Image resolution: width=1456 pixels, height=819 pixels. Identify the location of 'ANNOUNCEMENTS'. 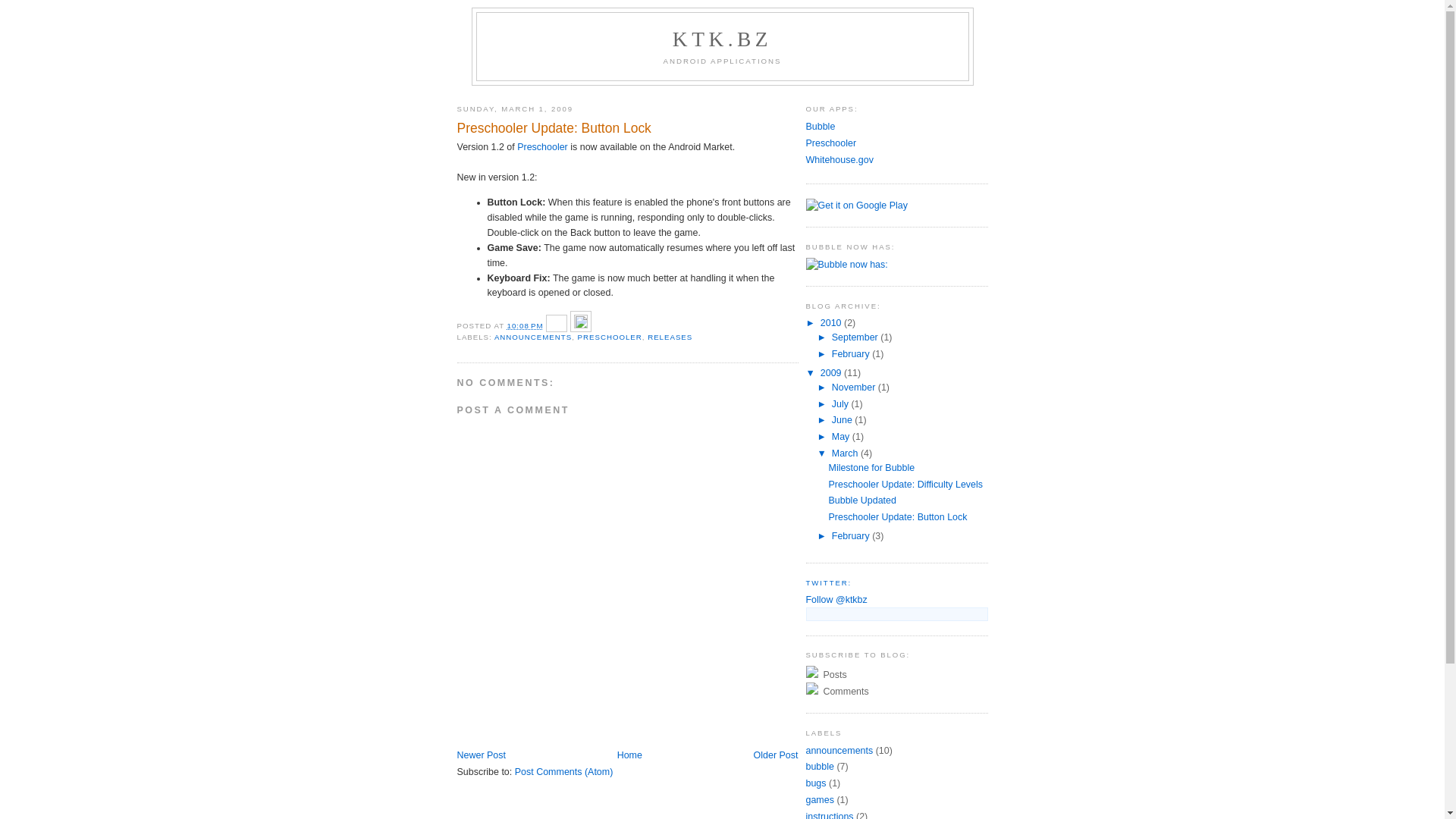
(532, 336).